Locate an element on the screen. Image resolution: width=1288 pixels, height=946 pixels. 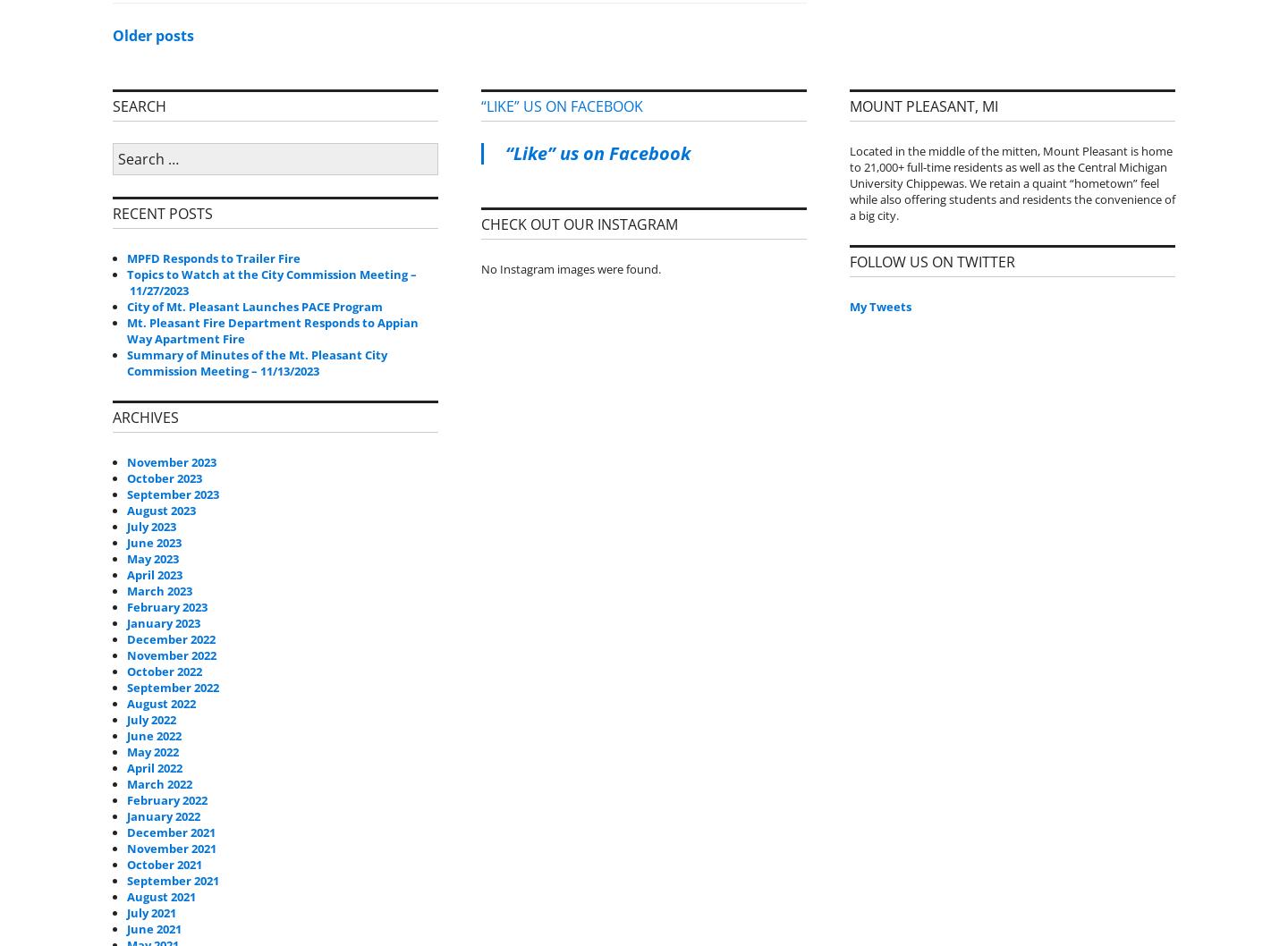
'February 2023' is located at coordinates (167, 604).